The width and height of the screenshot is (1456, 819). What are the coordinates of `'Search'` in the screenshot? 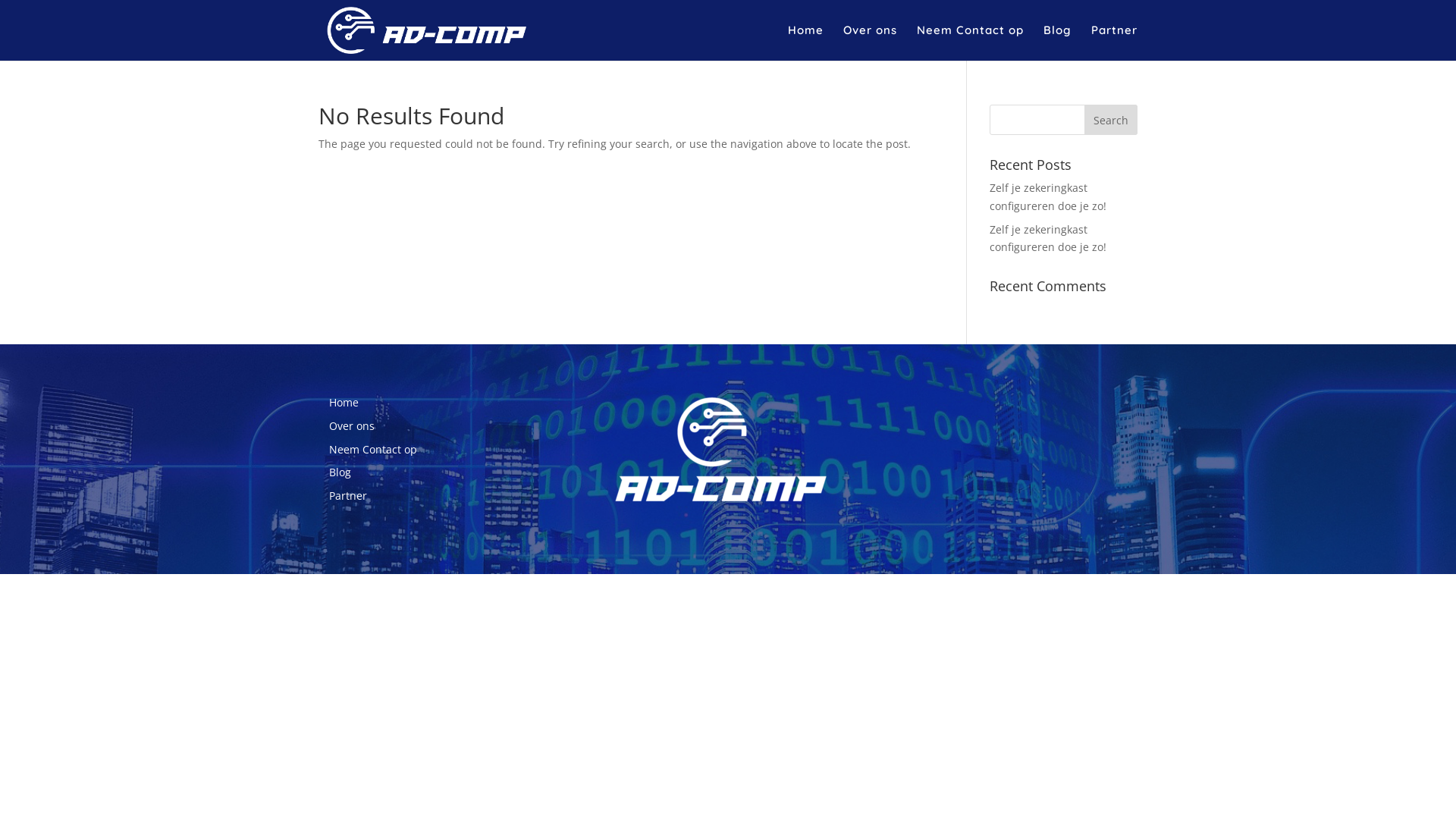 It's located at (1110, 119).